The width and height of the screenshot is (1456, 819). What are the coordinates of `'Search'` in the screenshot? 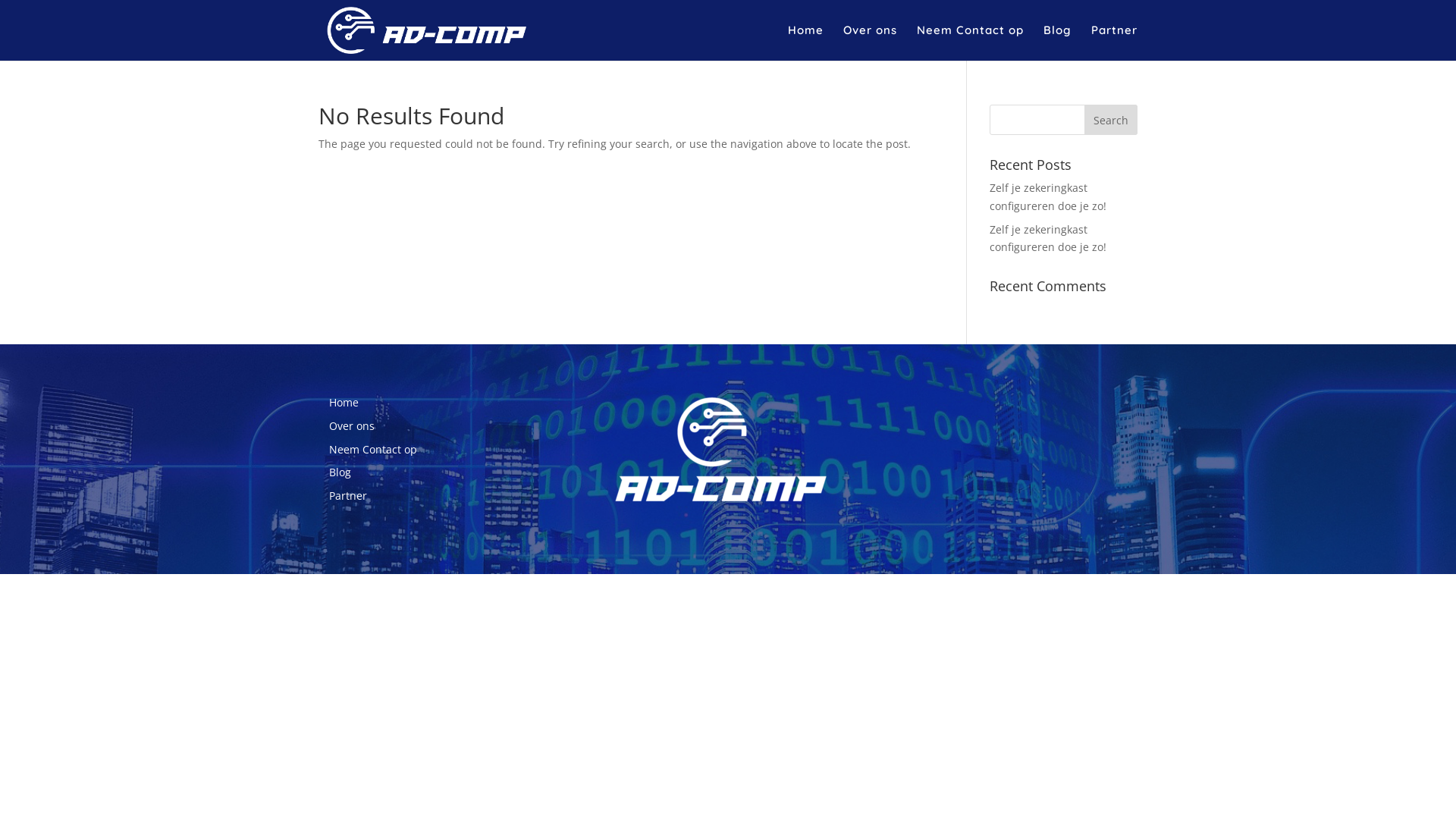 It's located at (1110, 119).